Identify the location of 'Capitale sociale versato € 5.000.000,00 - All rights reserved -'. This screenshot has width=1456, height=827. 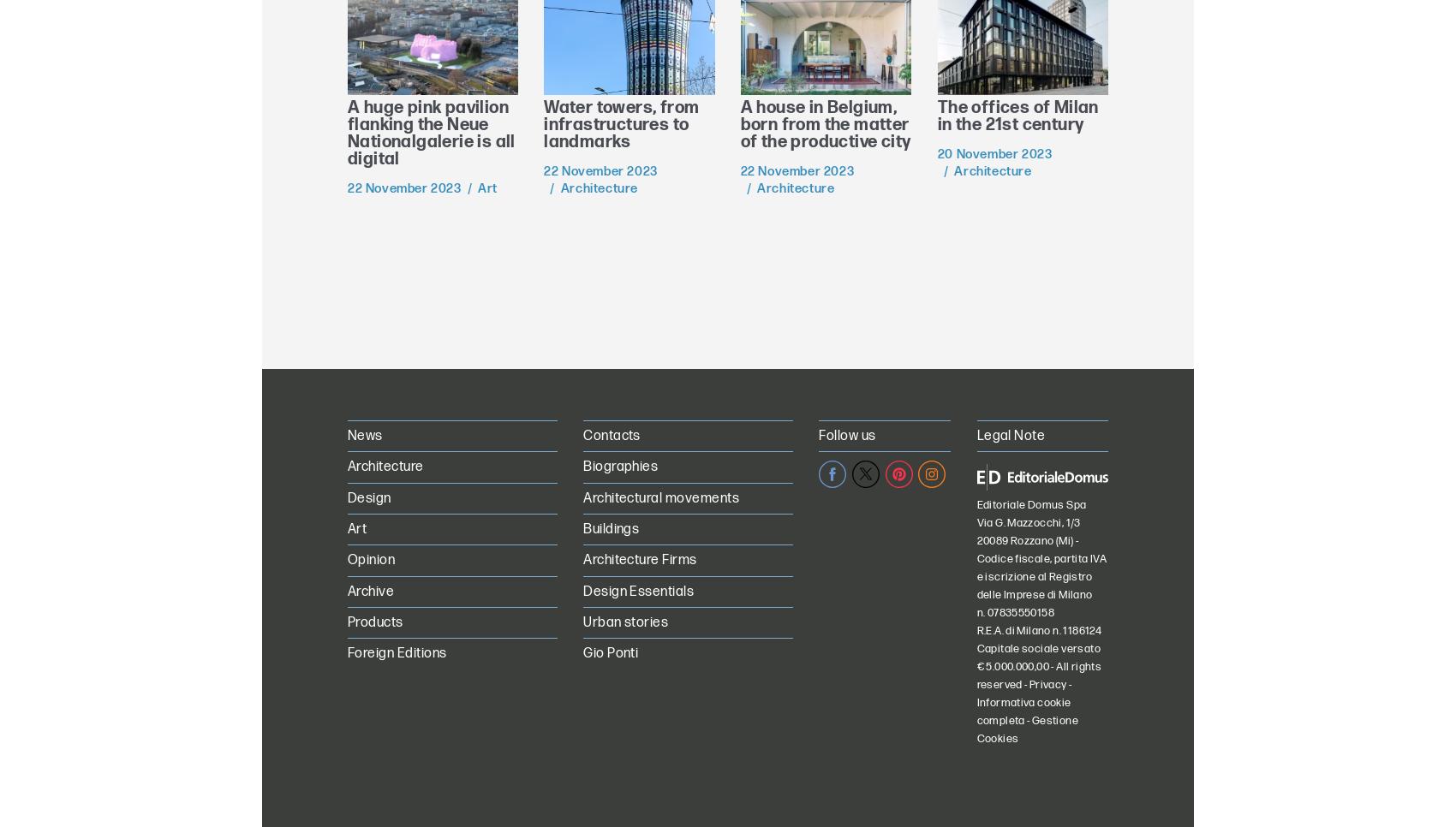
(1037, 665).